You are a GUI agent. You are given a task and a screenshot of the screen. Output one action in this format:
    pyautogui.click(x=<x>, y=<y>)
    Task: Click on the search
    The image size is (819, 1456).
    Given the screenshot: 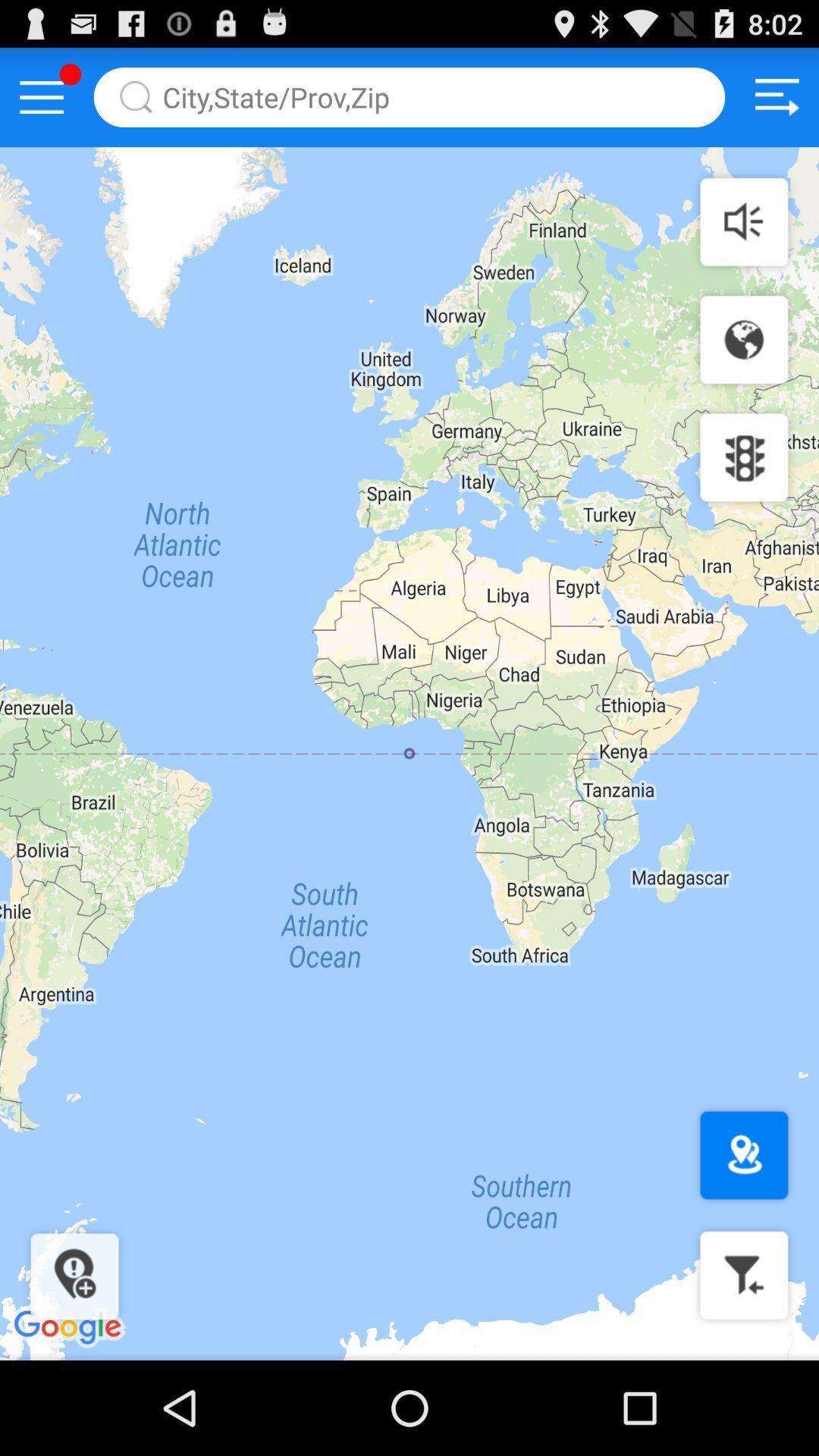 What is the action you would take?
    pyautogui.click(x=409, y=96)
    